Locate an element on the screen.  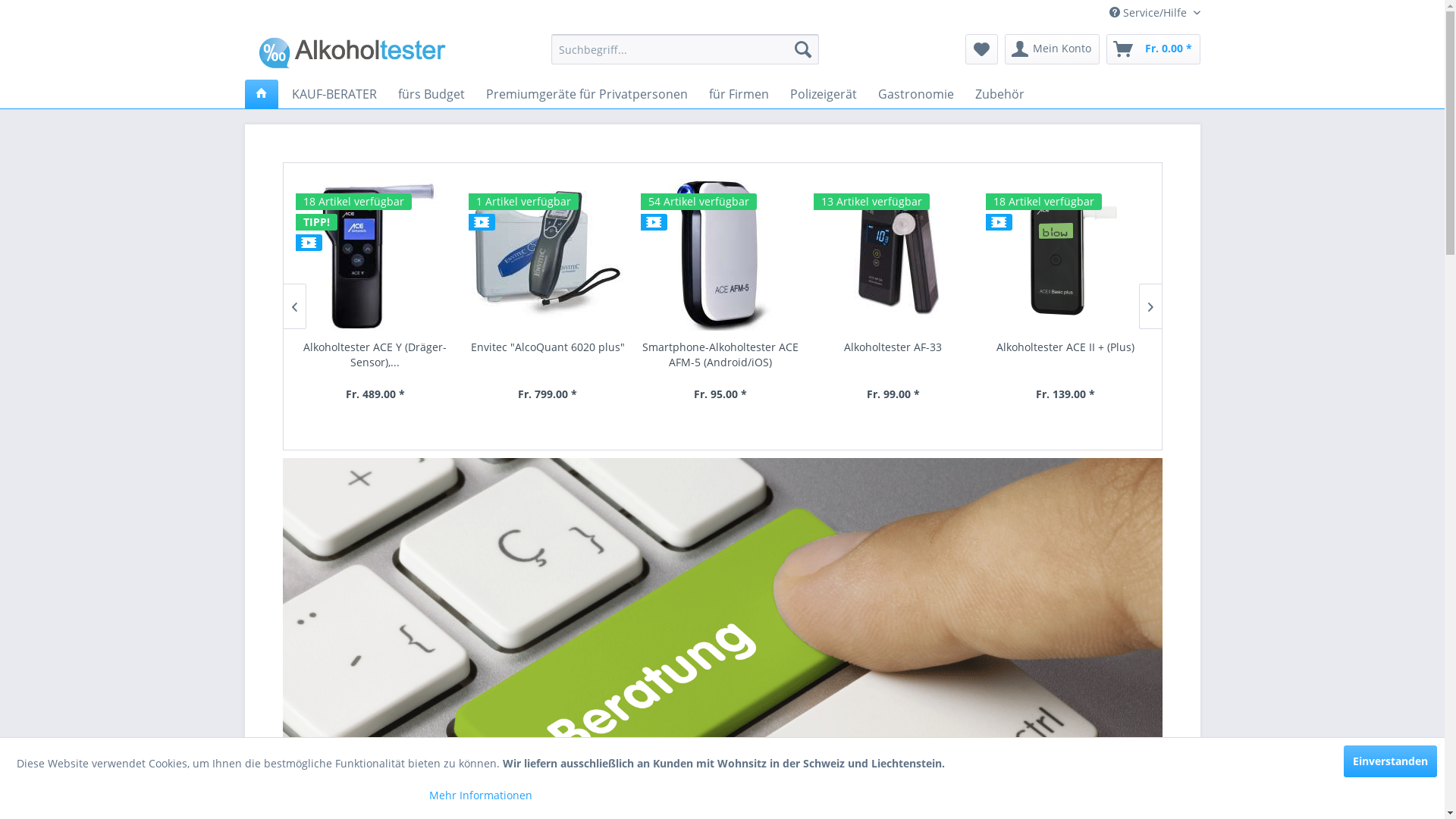
'Mehr Informationen' is located at coordinates (479, 794).